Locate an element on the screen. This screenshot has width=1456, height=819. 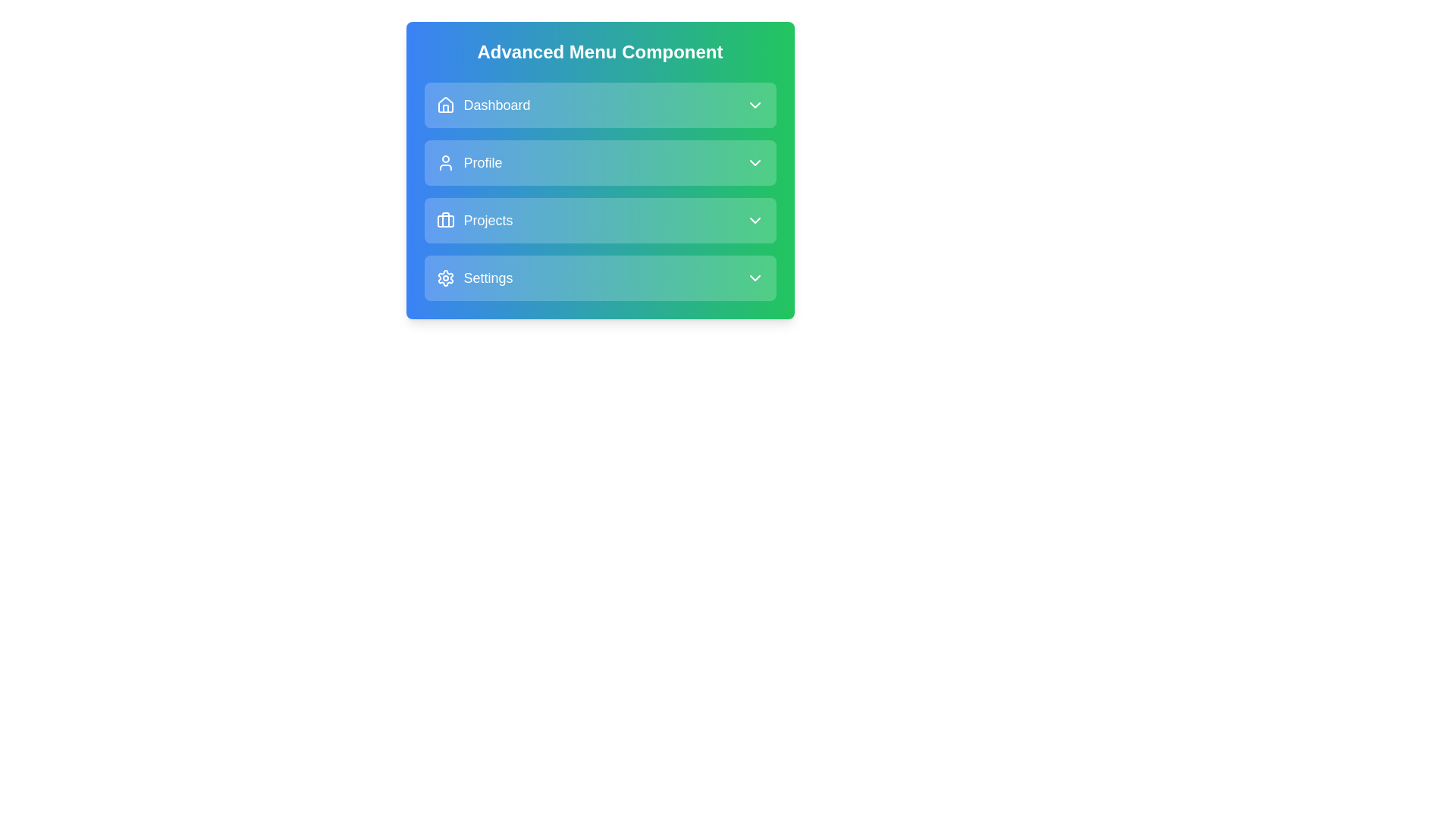
the fourth item in the vertical 'Advanced Menu Component' is located at coordinates (474, 278).